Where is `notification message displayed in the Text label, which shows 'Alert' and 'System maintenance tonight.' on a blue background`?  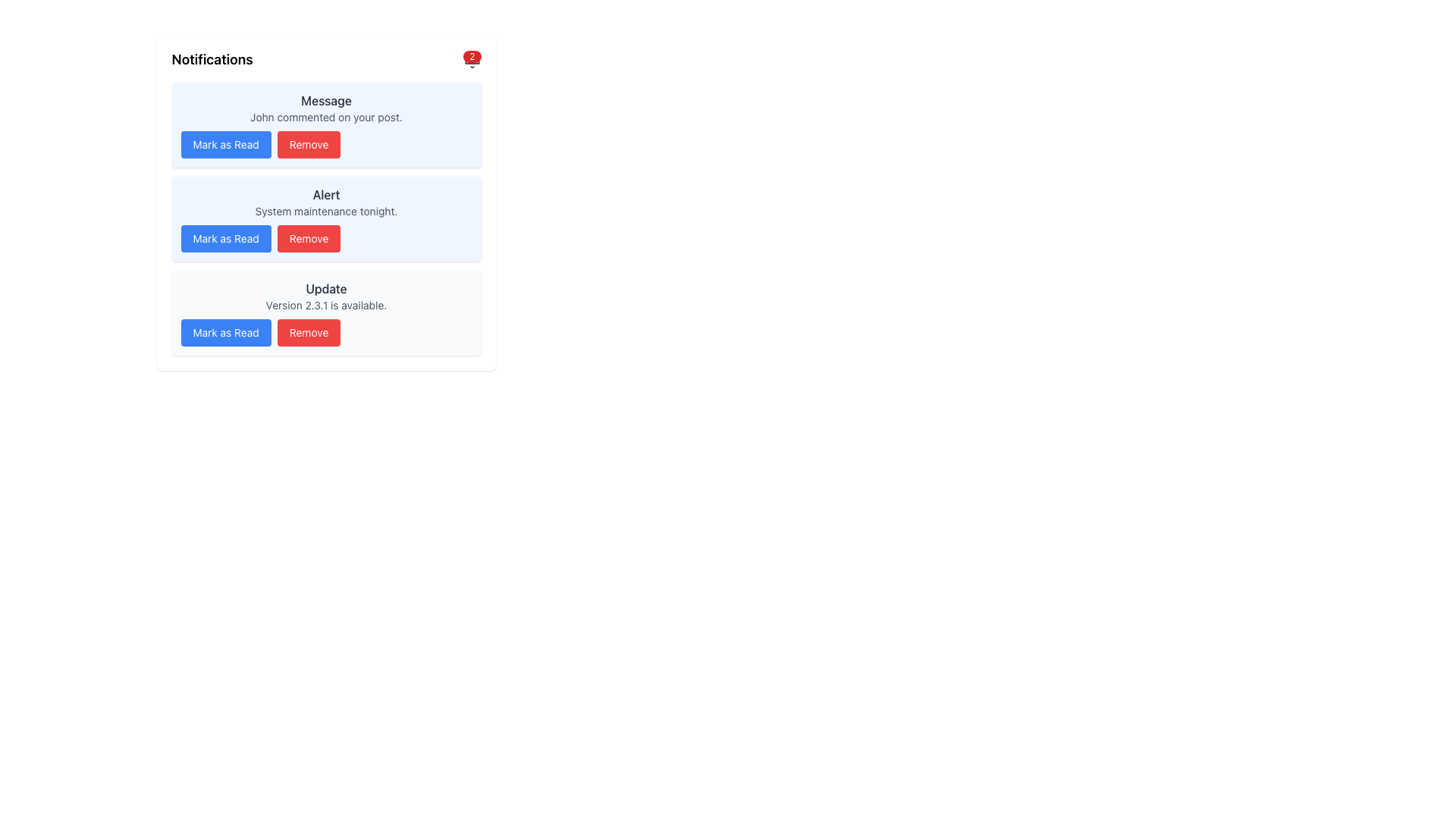 notification message displayed in the Text label, which shows 'Alert' and 'System maintenance tonight.' on a blue background is located at coordinates (325, 201).